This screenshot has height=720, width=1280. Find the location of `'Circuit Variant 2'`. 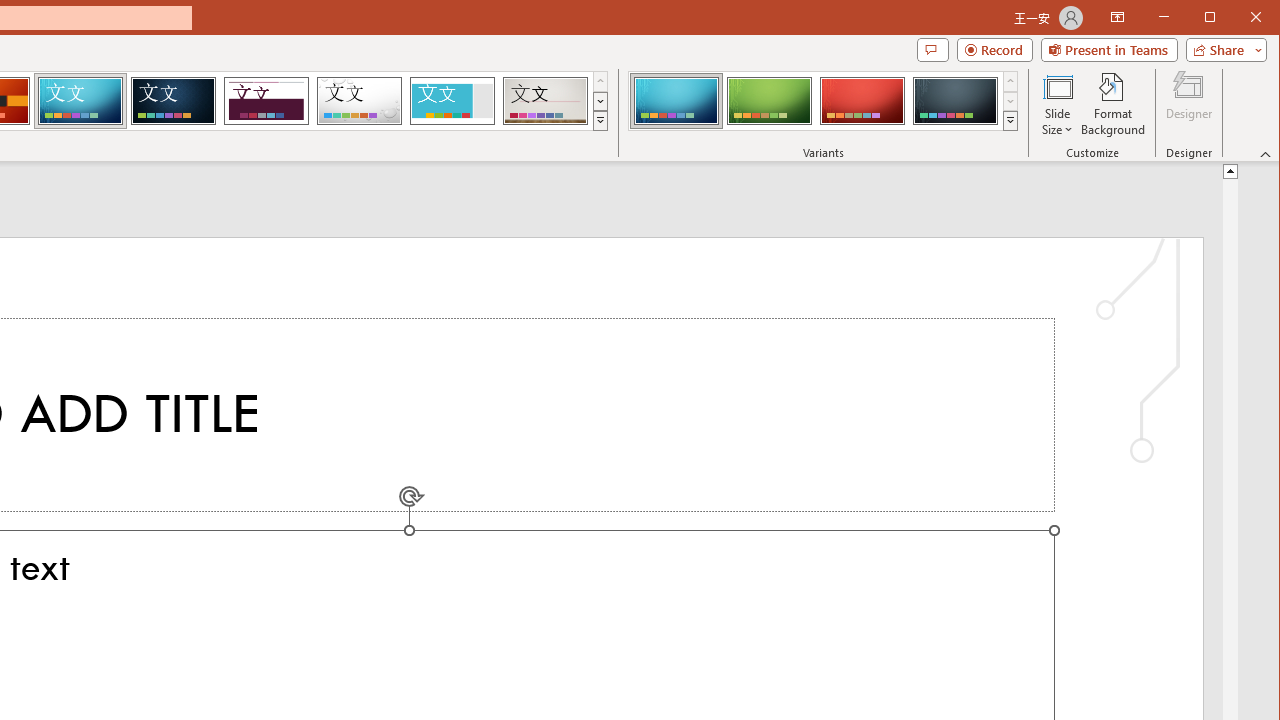

'Circuit Variant 2' is located at coordinates (768, 100).